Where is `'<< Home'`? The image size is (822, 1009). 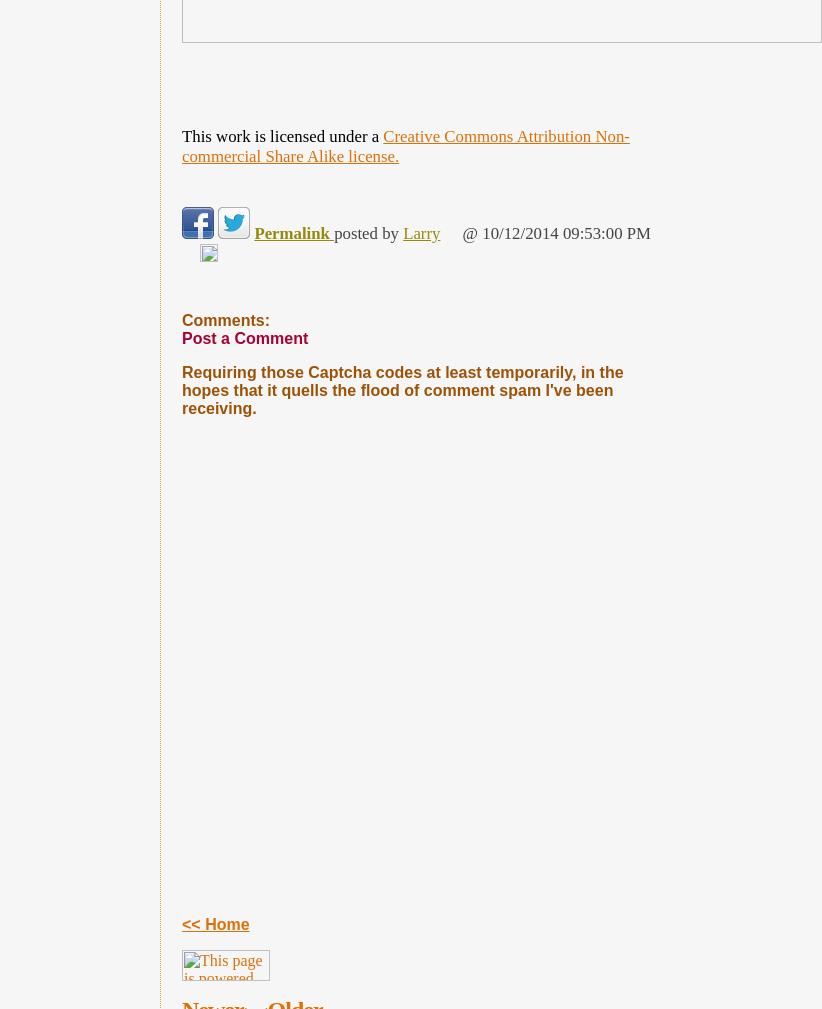
'<< Home' is located at coordinates (215, 924).